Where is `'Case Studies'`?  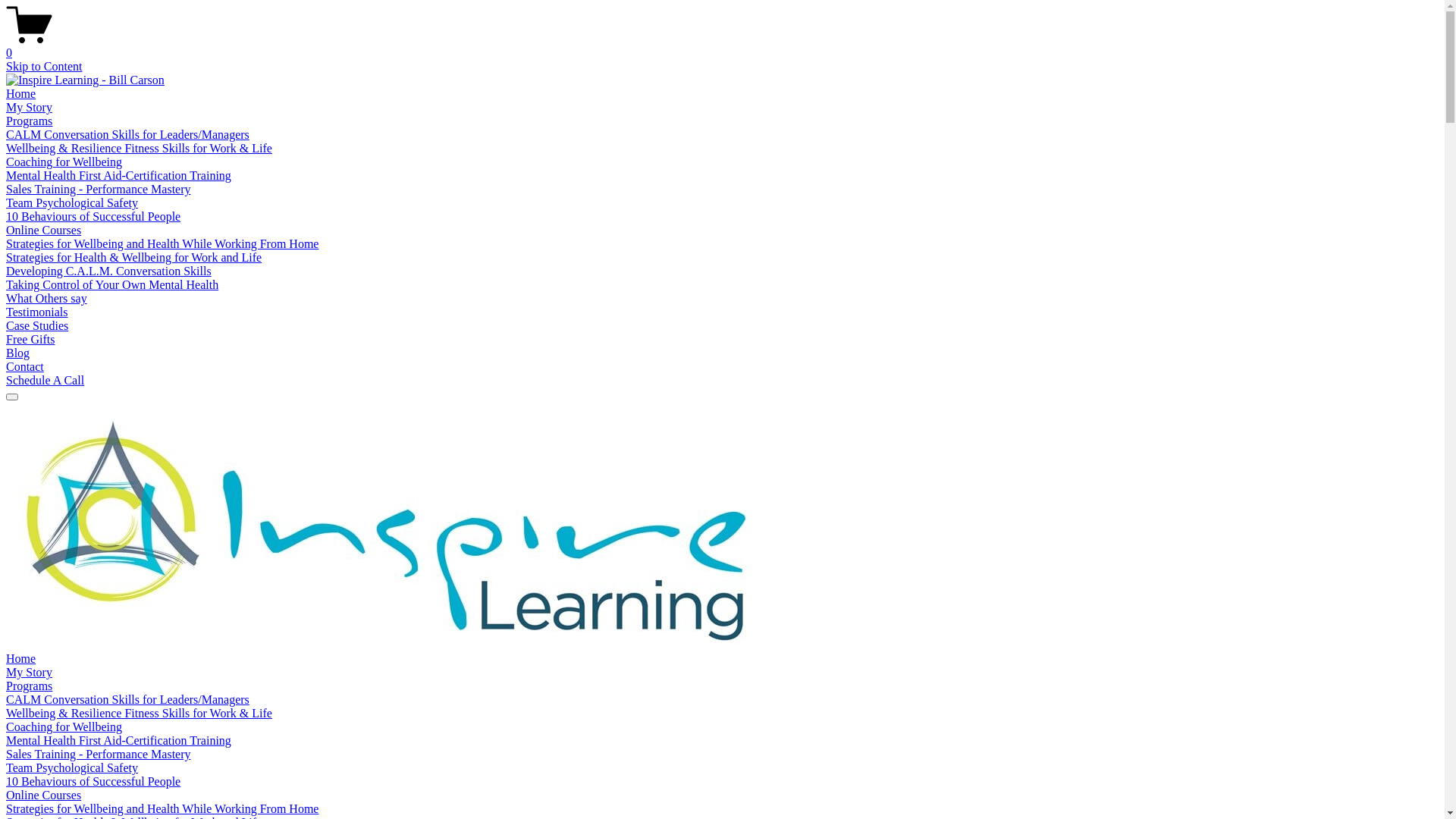 'Case Studies' is located at coordinates (6, 325).